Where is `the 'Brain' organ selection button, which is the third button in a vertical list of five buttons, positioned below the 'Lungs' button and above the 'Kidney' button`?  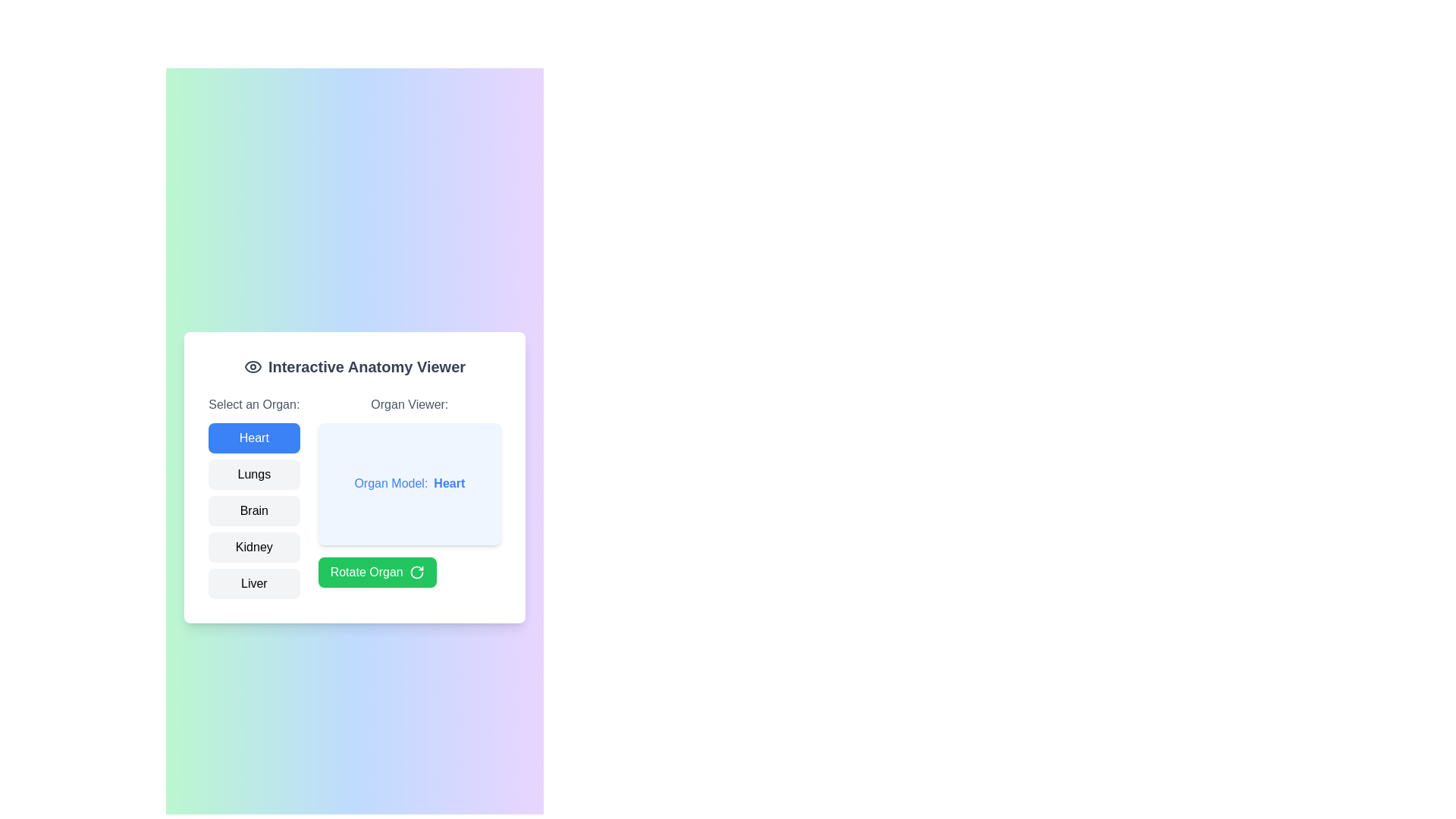 the 'Brain' organ selection button, which is the third button in a vertical list of five buttons, positioned below the 'Lungs' button and above the 'Kidney' button is located at coordinates (254, 511).